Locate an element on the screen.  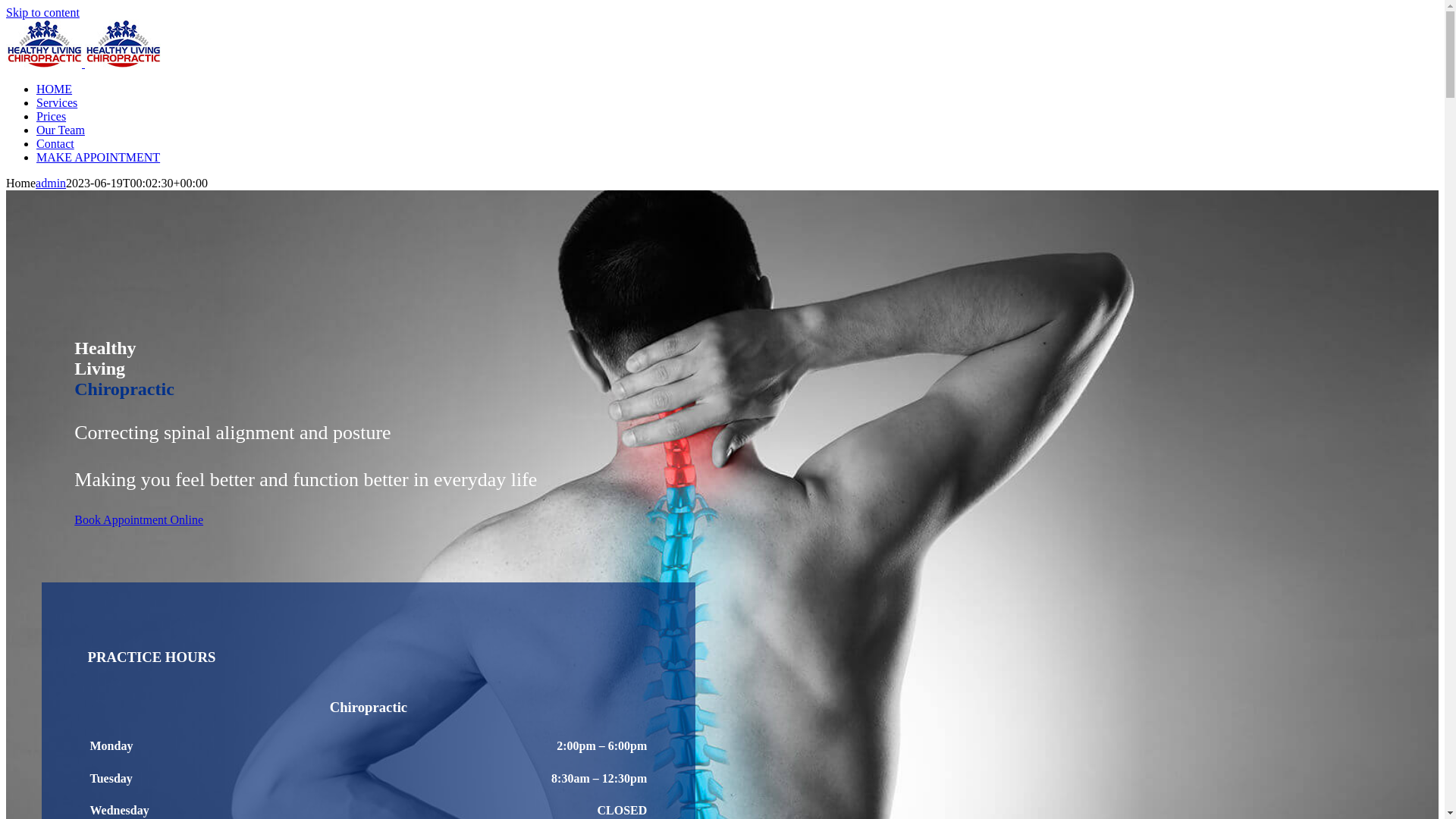
'Book Appointment Online' is located at coordinates (138, 519).